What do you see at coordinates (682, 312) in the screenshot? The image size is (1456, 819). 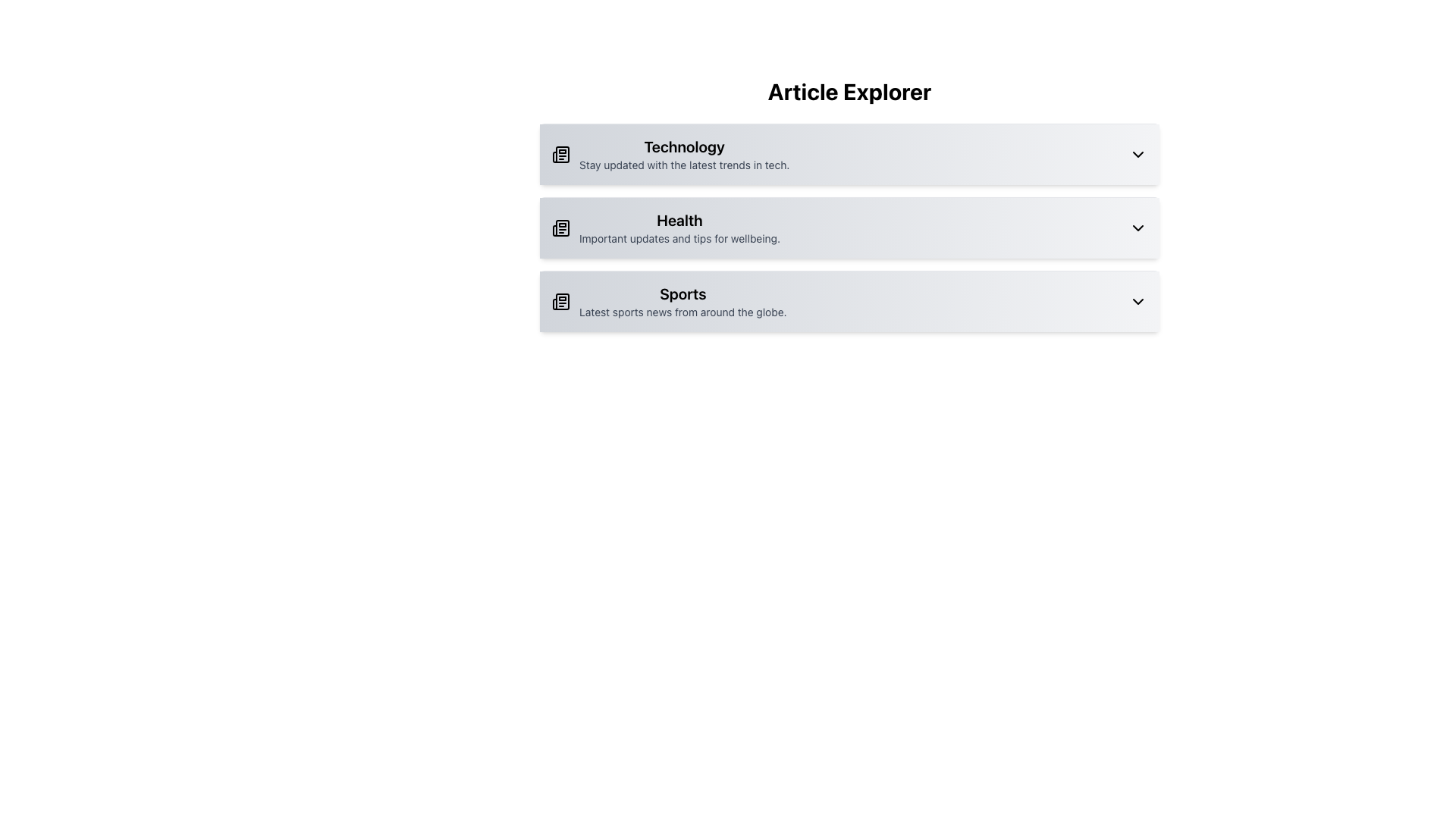 I see `the text element that reads 'Latest sports news from around the globe.' located beneath the 'Sports' title in the lower section of the vertical list layout` at bounding box center [682, 312].